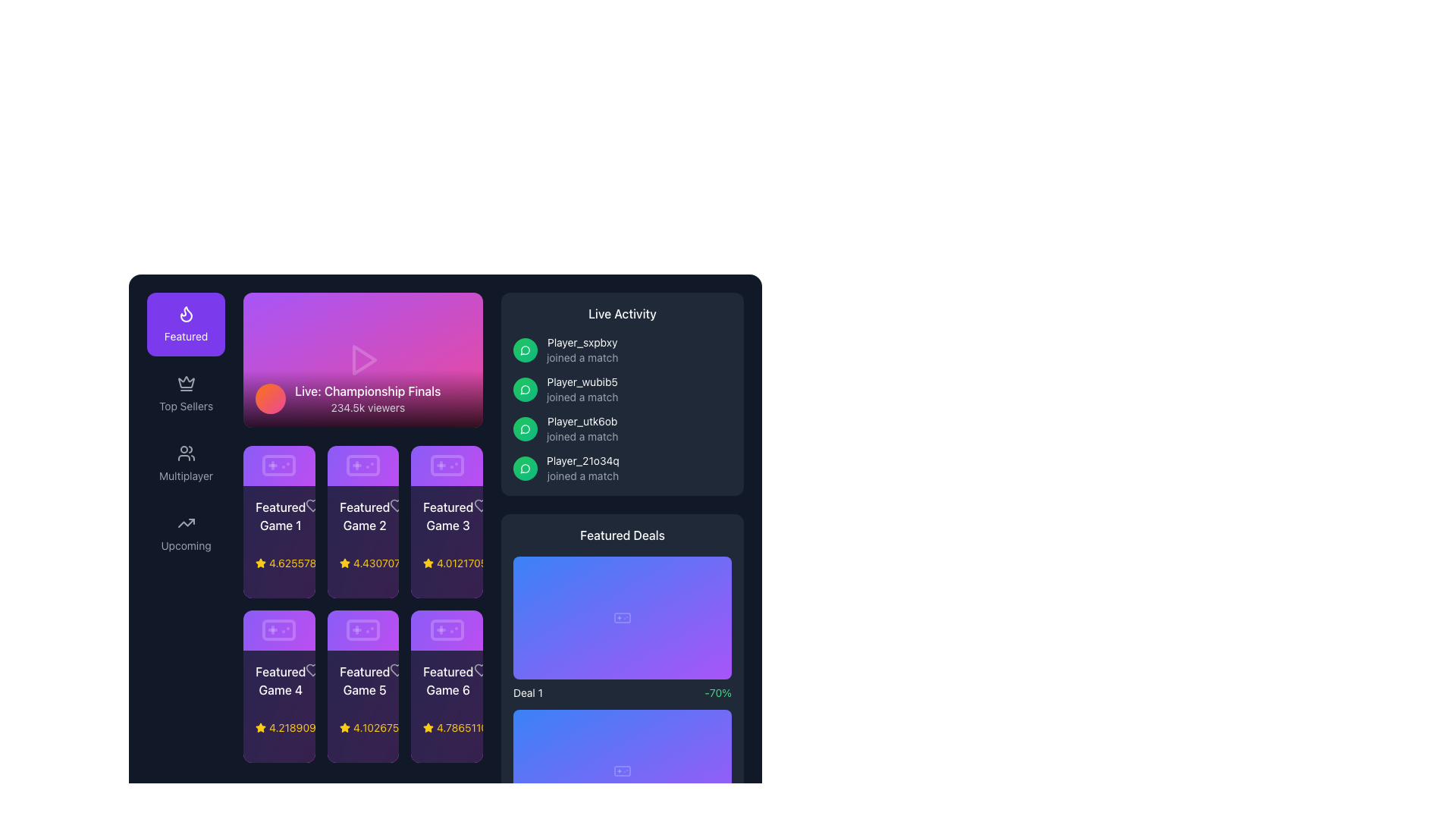  I want to click on the 'Multiplayer' text label located in the left side navigation panel, so click(185, 475).